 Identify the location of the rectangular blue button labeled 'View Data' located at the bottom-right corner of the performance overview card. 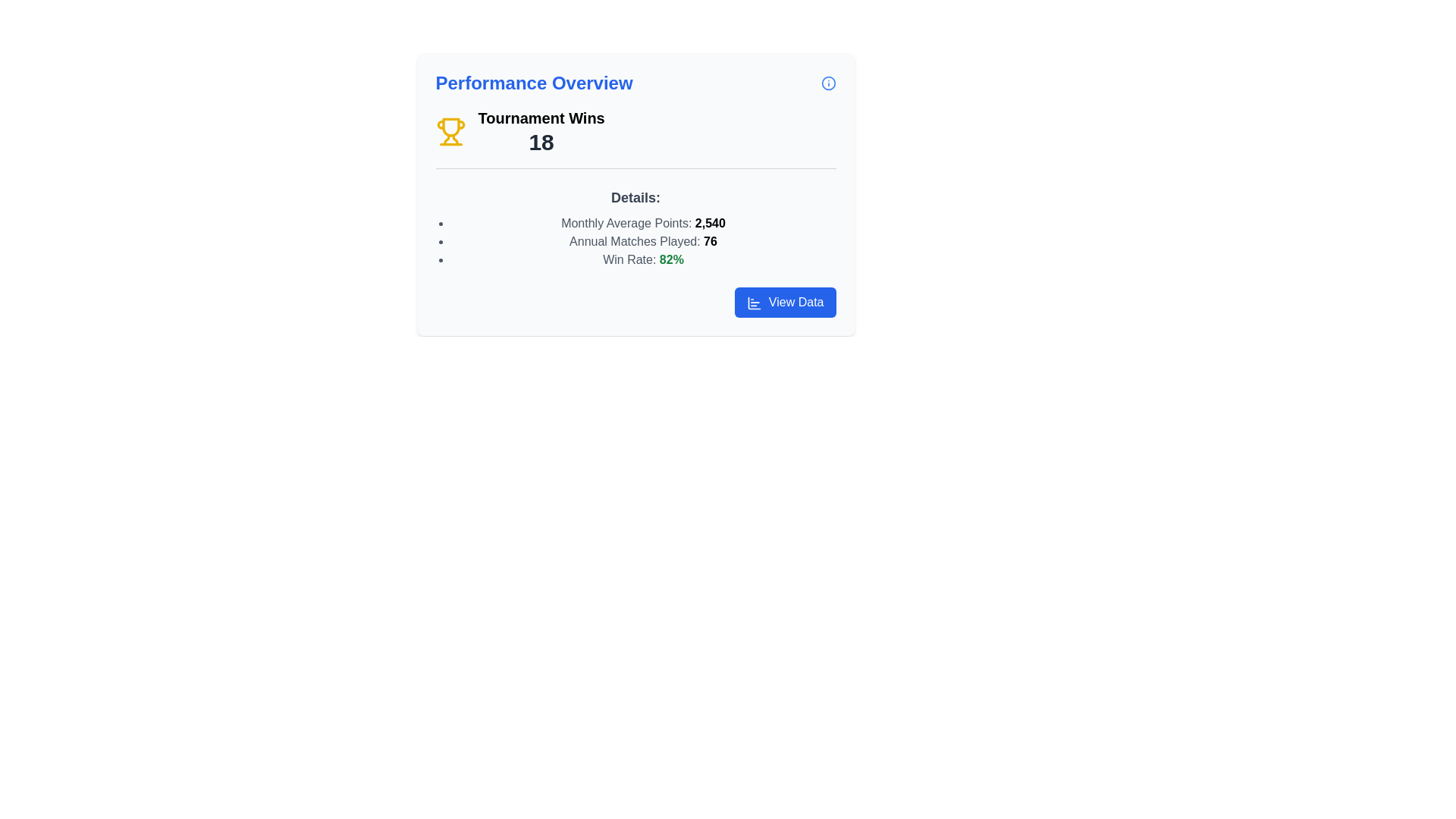
(786, 302).